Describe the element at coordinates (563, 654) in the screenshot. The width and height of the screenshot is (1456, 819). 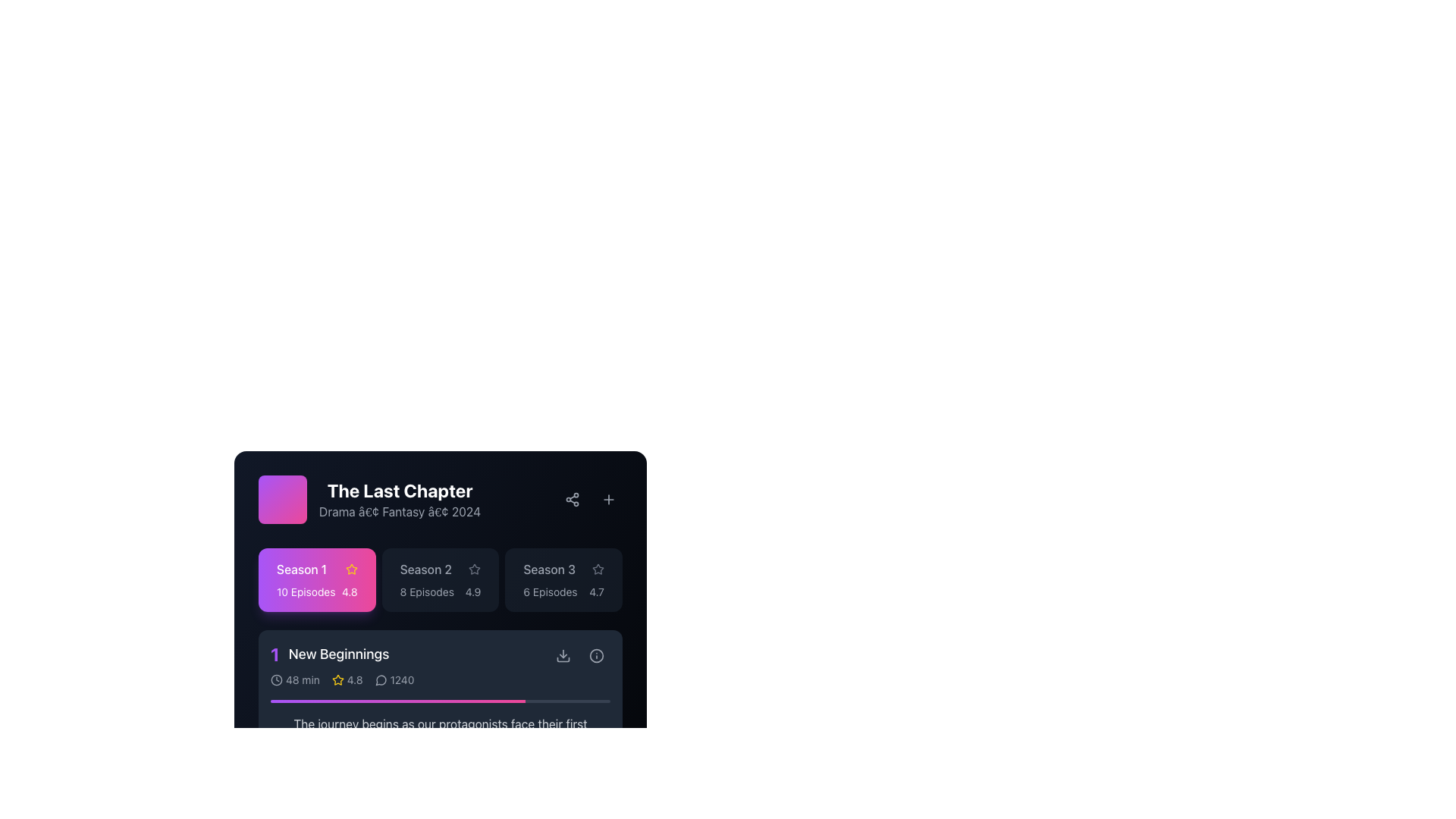
I see `the downward-pointing arrow icon button representing the download action for the episode 'New Beginnings'` at that location.